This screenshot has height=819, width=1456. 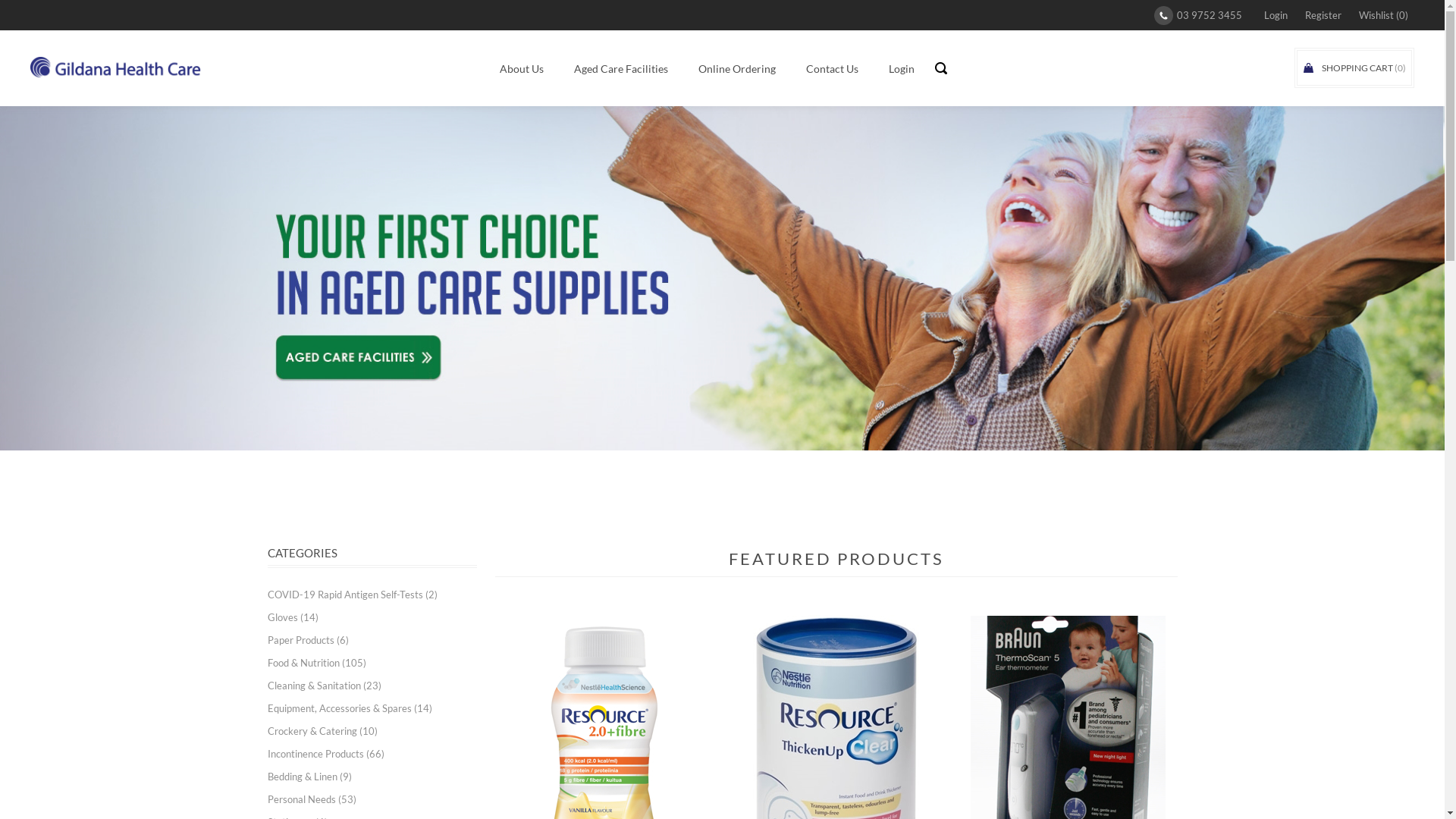 I want to click on 'Aged Care Facilities', so click(x=621, y=68).